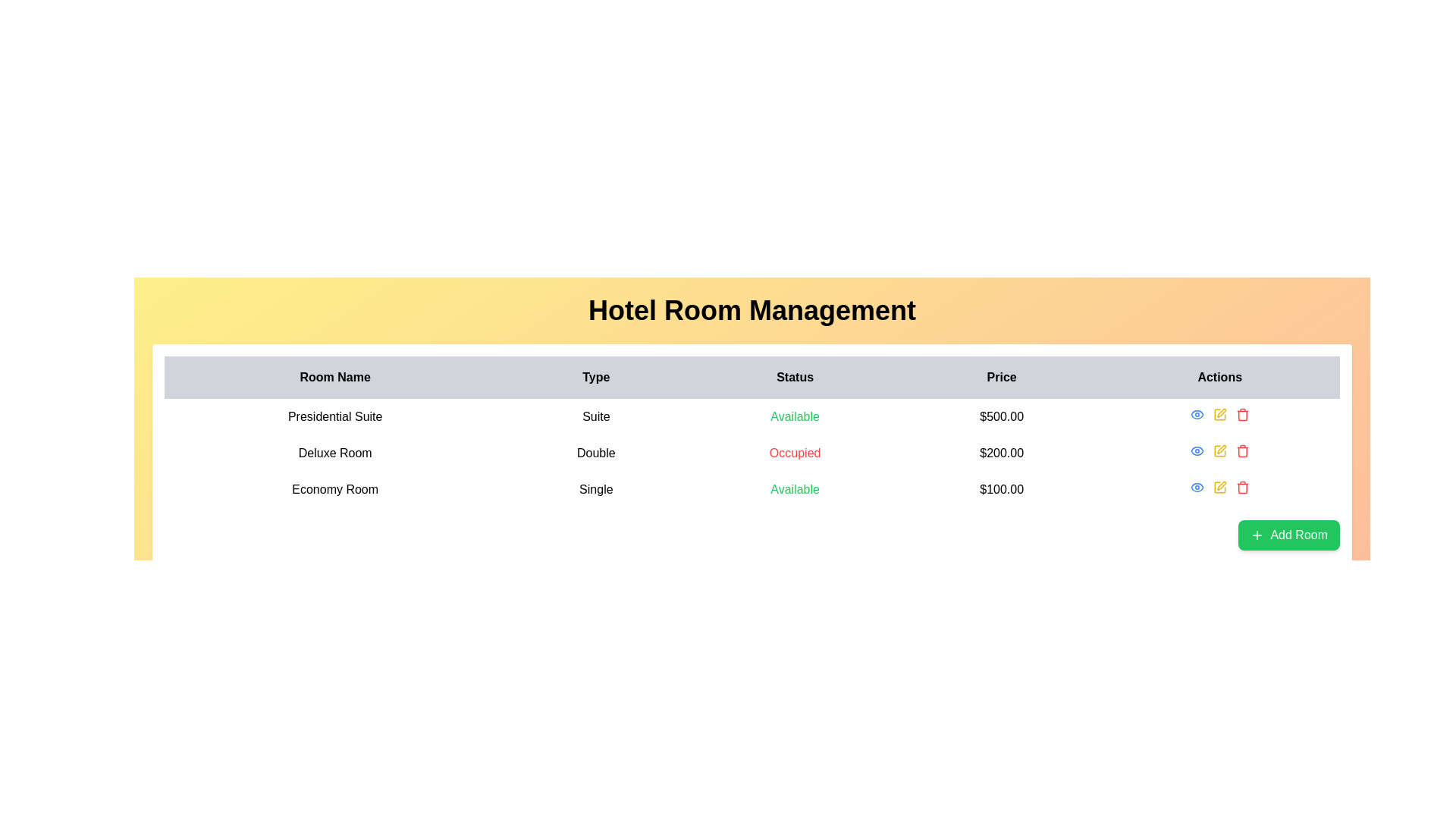  Describe the element at coordinates (1219, 450) in the screenshot. I see `the pencil icon button in the Actions column of the second row` at that location.